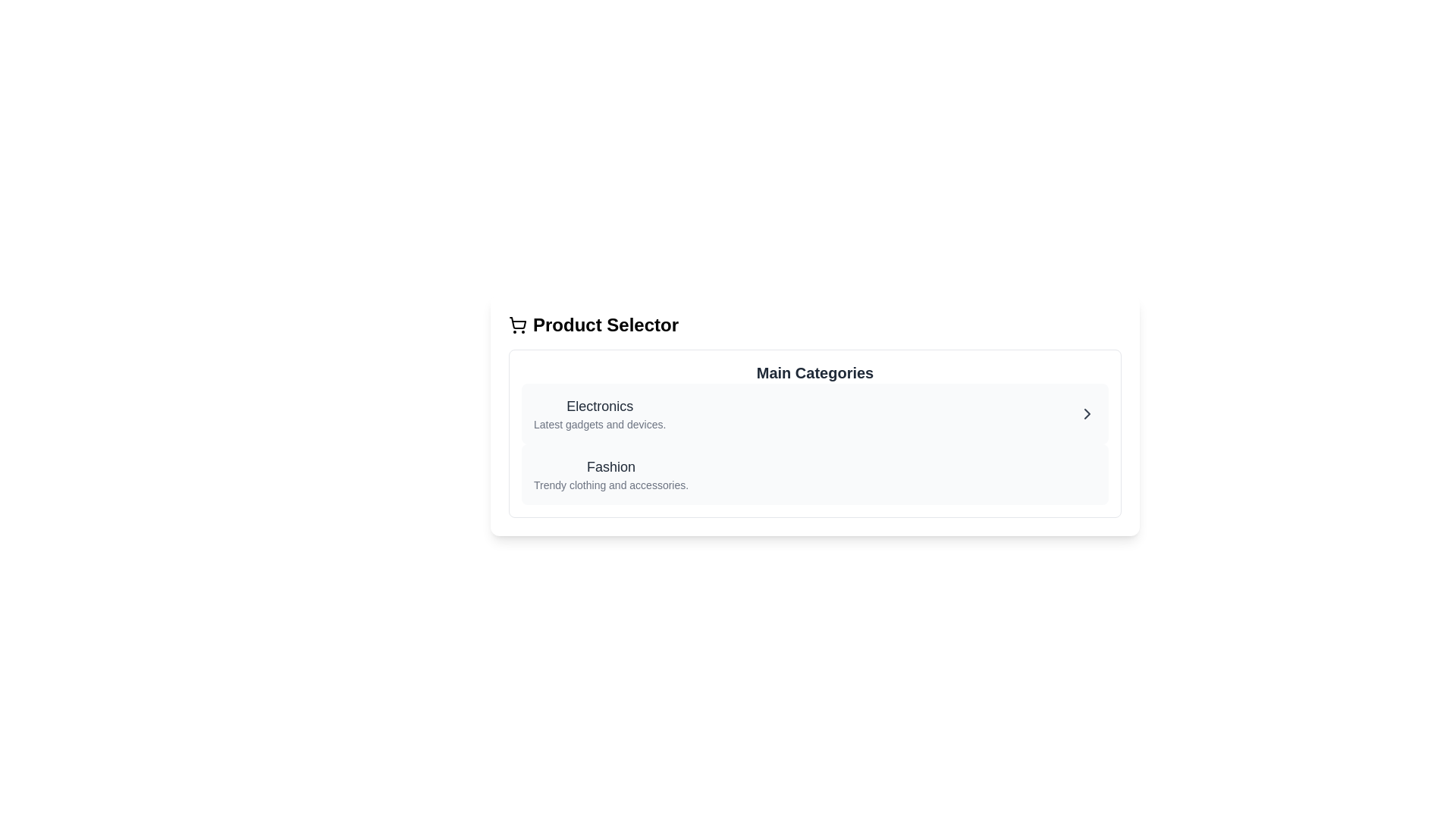  I want to click on the descriptive text label under the 'Electronics' category title in the 'Main Categories' section, which provides additional information about the category, so click(599, 424).